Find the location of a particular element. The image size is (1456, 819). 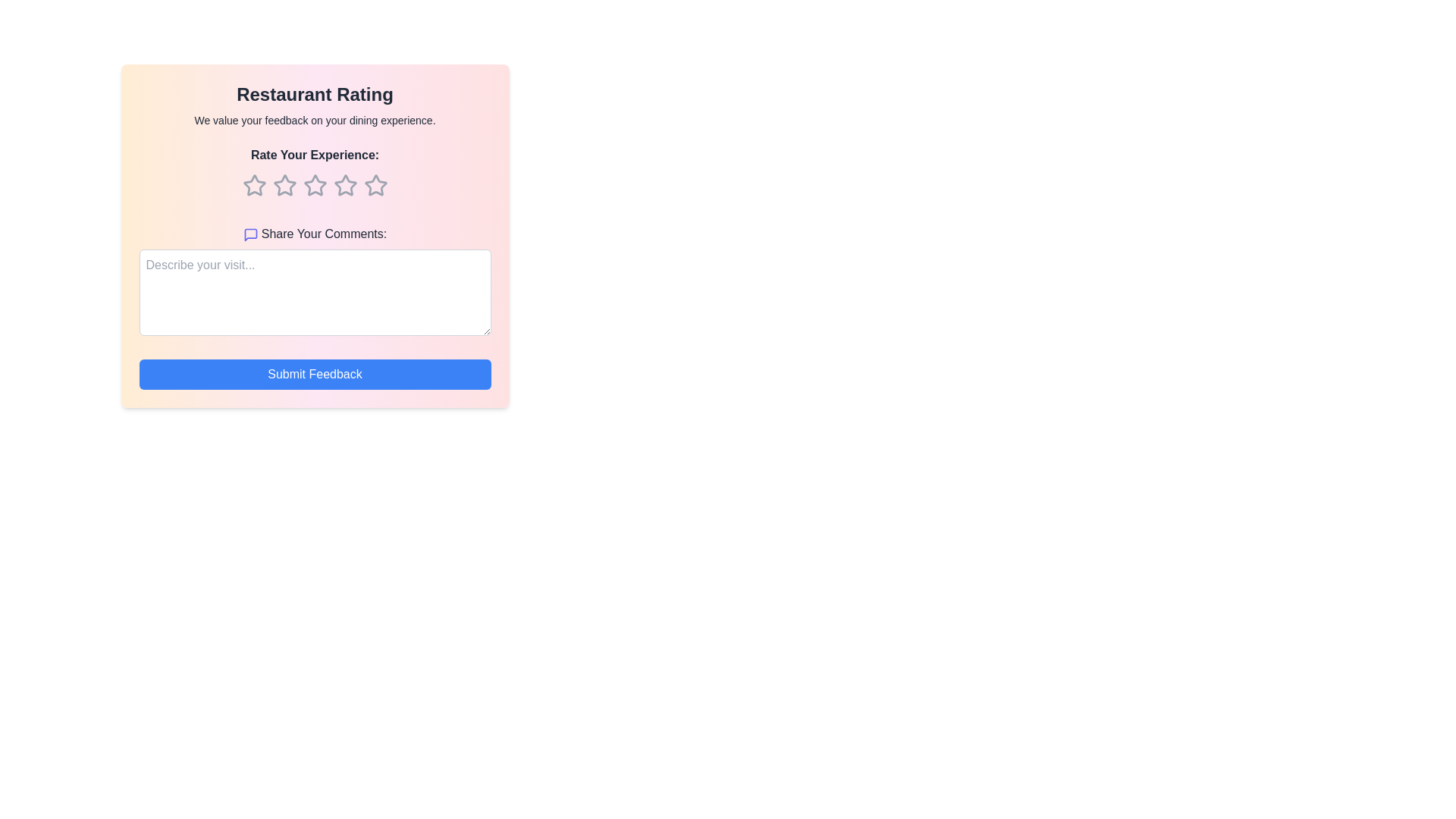

the third star in the rating component below the 'Rate Your Experience:' label is located at coordinates (314, 185).